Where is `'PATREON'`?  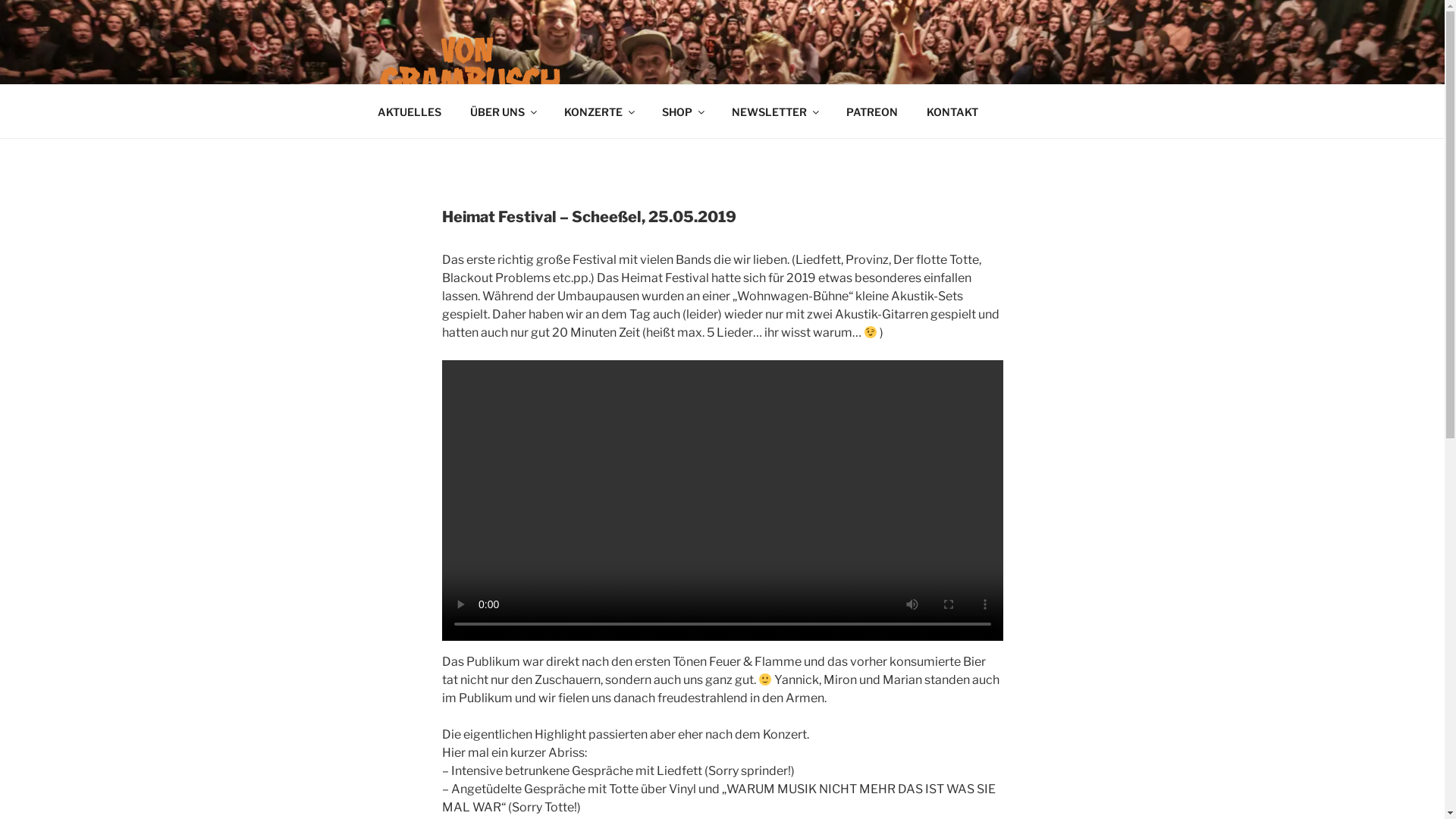
'PATREON' is located at coordinates (871, 110).